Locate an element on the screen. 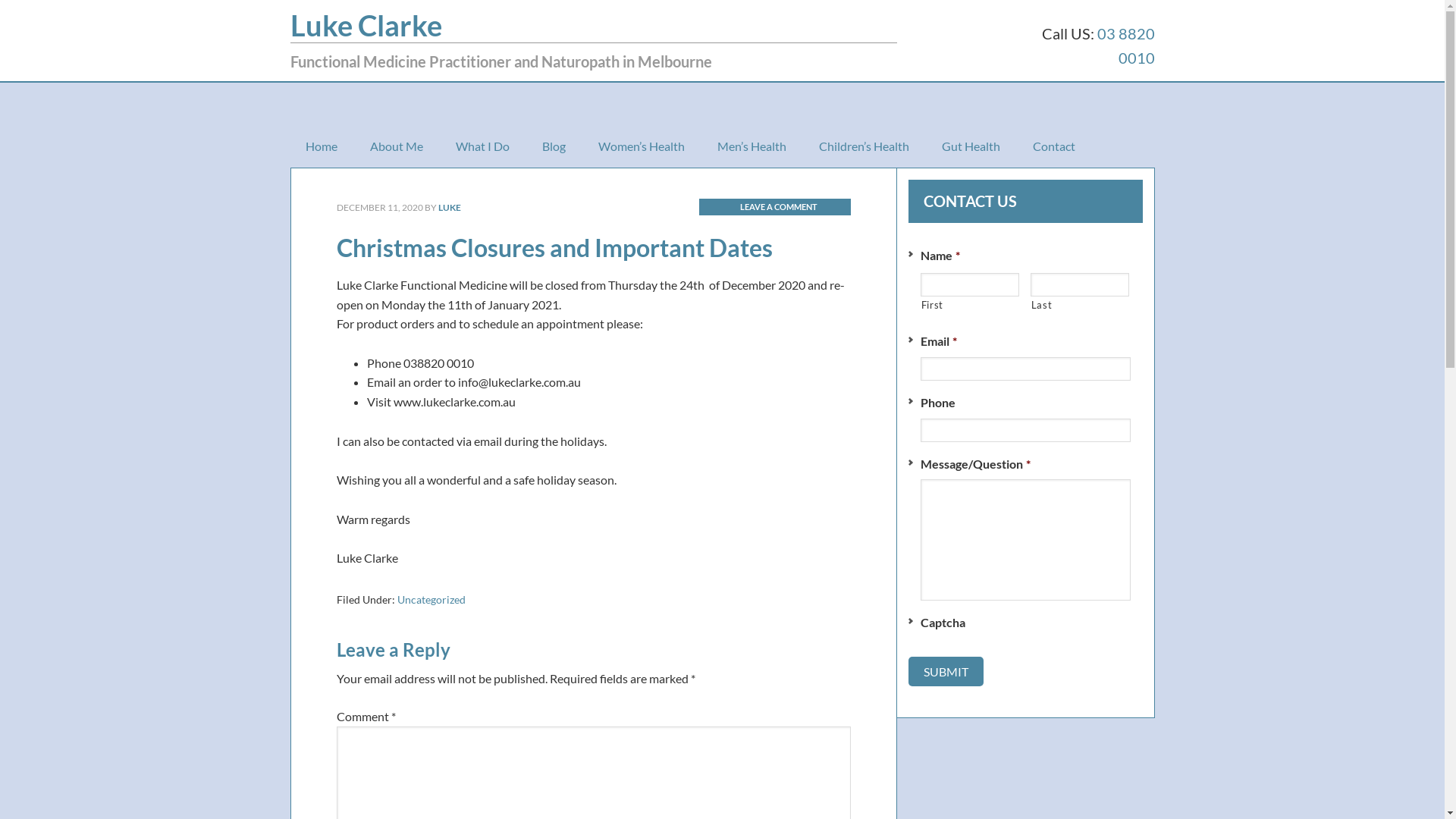 The width and height of the screenshot is (1456, 819). 'What I Do' is located at coordinates (481, 146).